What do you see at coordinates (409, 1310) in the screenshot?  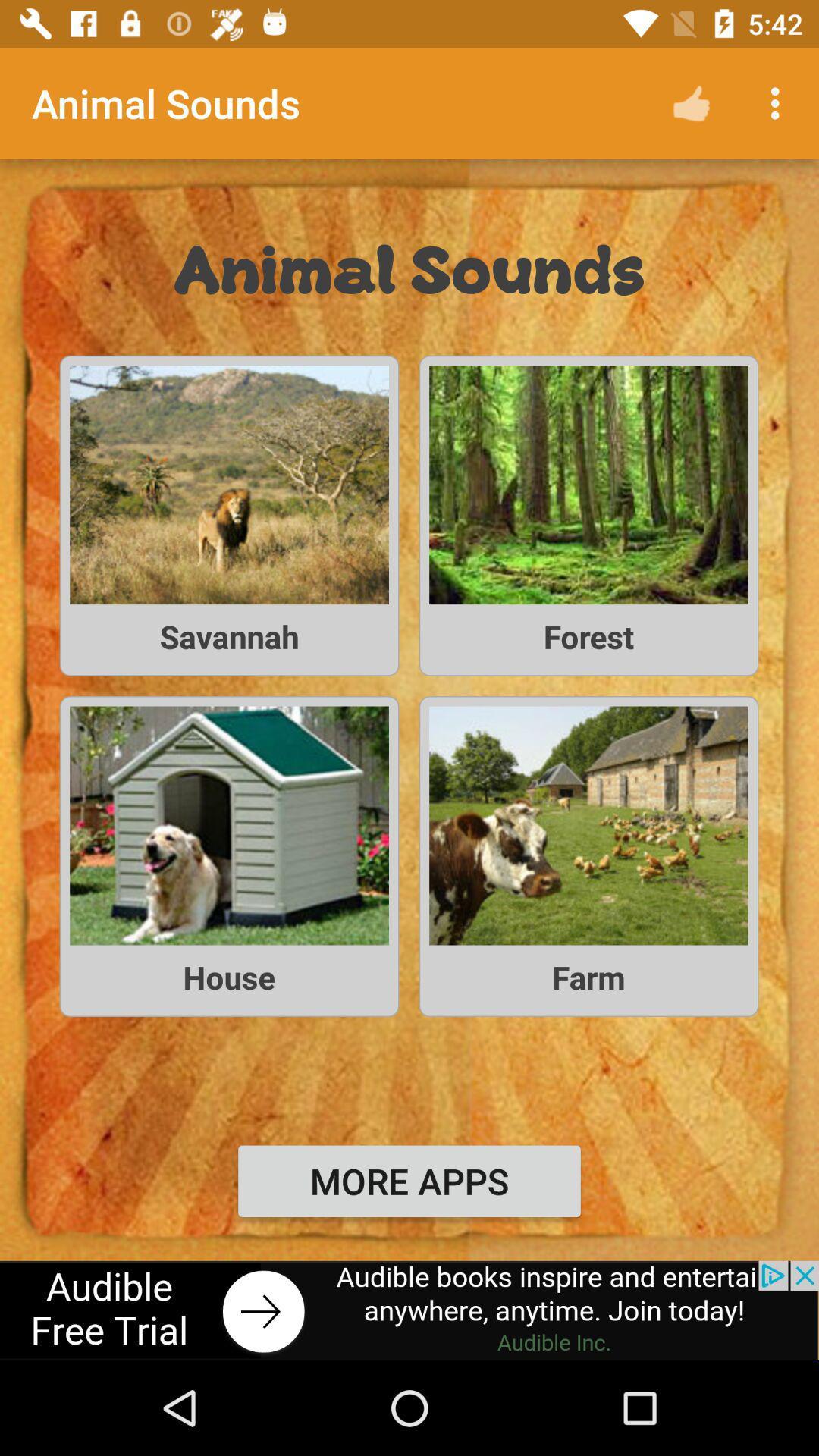 I see `button` at bounding box center [409, 1310].